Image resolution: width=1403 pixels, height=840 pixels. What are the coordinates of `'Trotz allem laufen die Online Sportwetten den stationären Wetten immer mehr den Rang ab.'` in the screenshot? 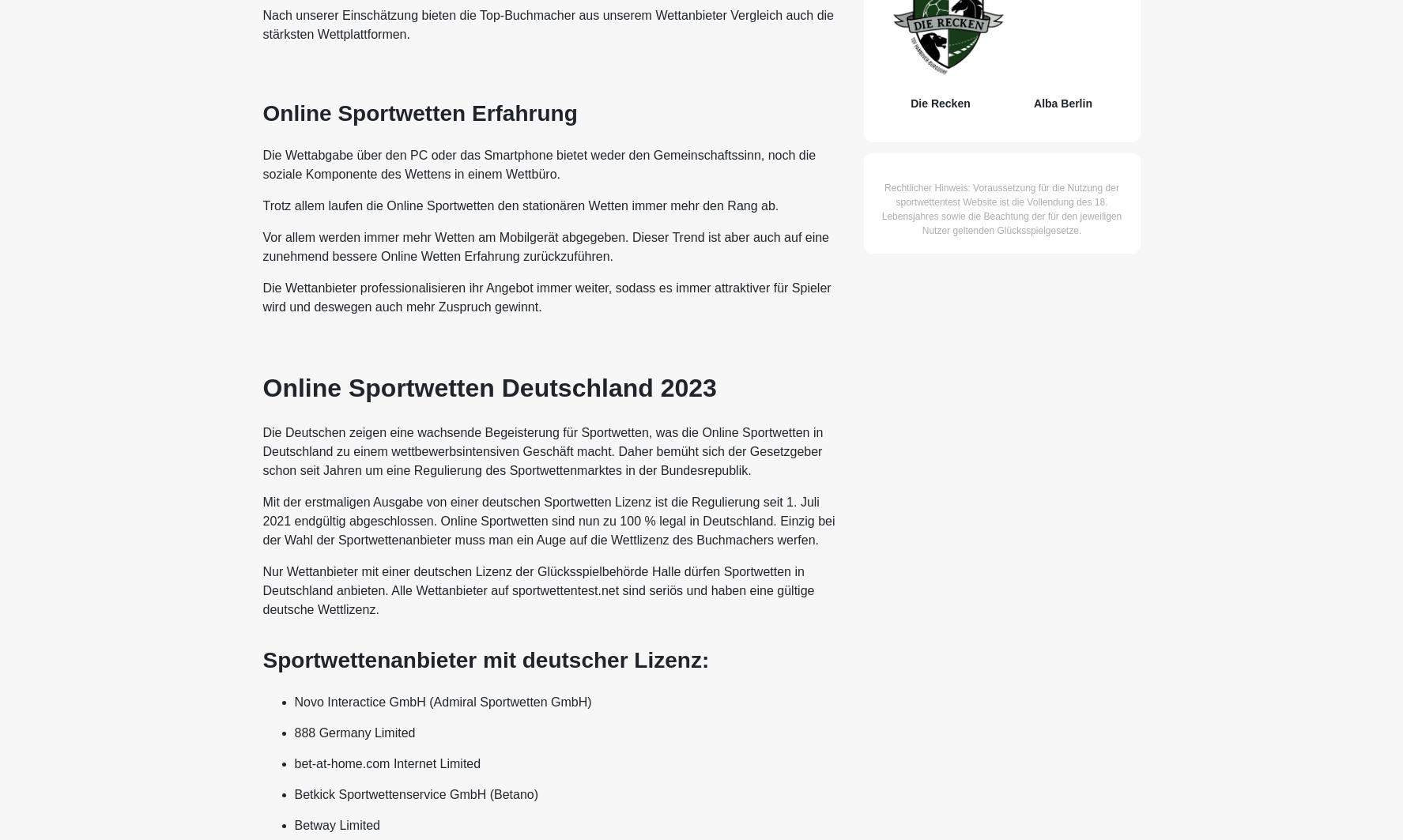 It's located at (261, 205).